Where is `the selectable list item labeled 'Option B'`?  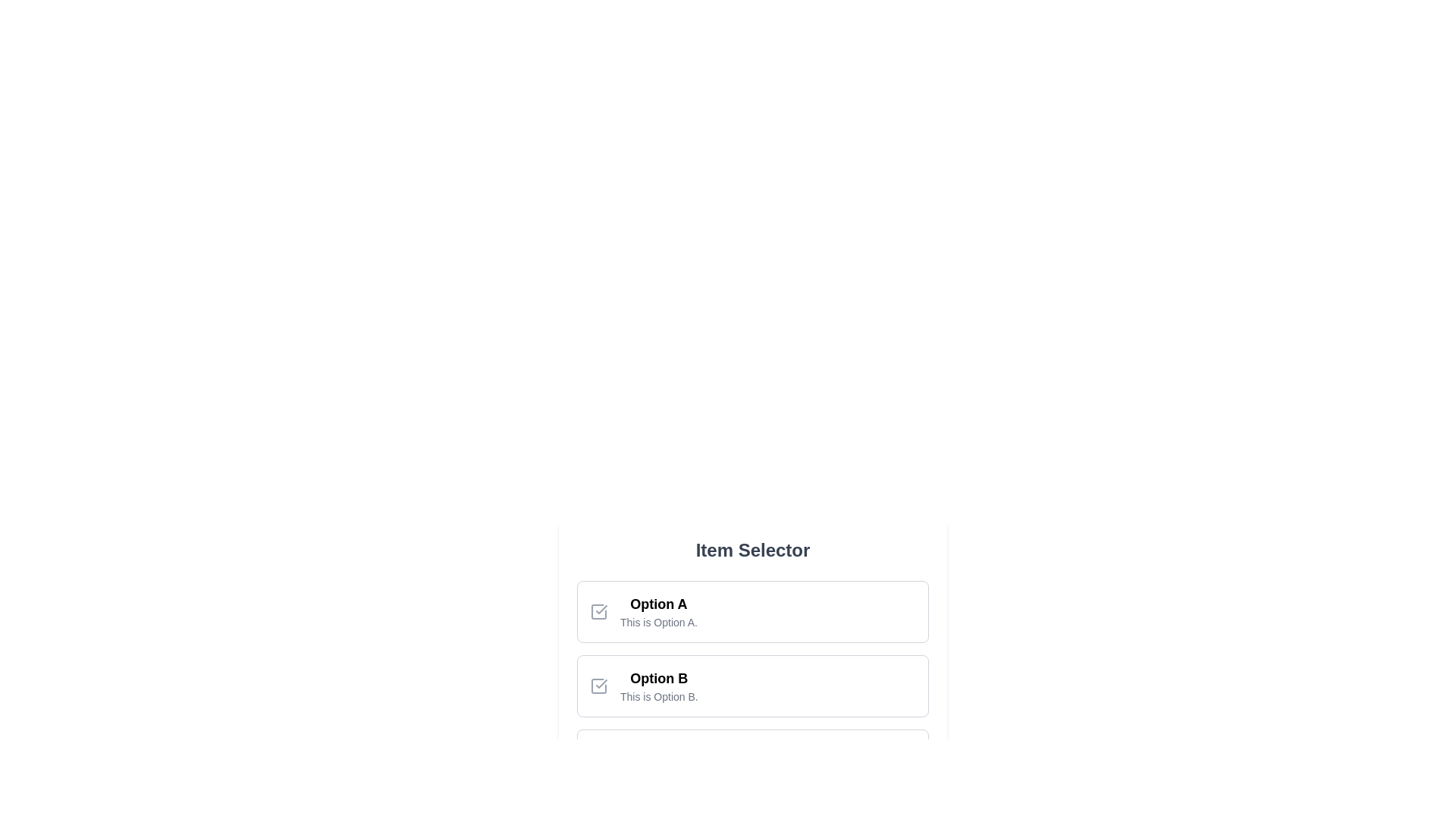 the selectable list item labeled 'Option B' is located at coordinates (753, 686).